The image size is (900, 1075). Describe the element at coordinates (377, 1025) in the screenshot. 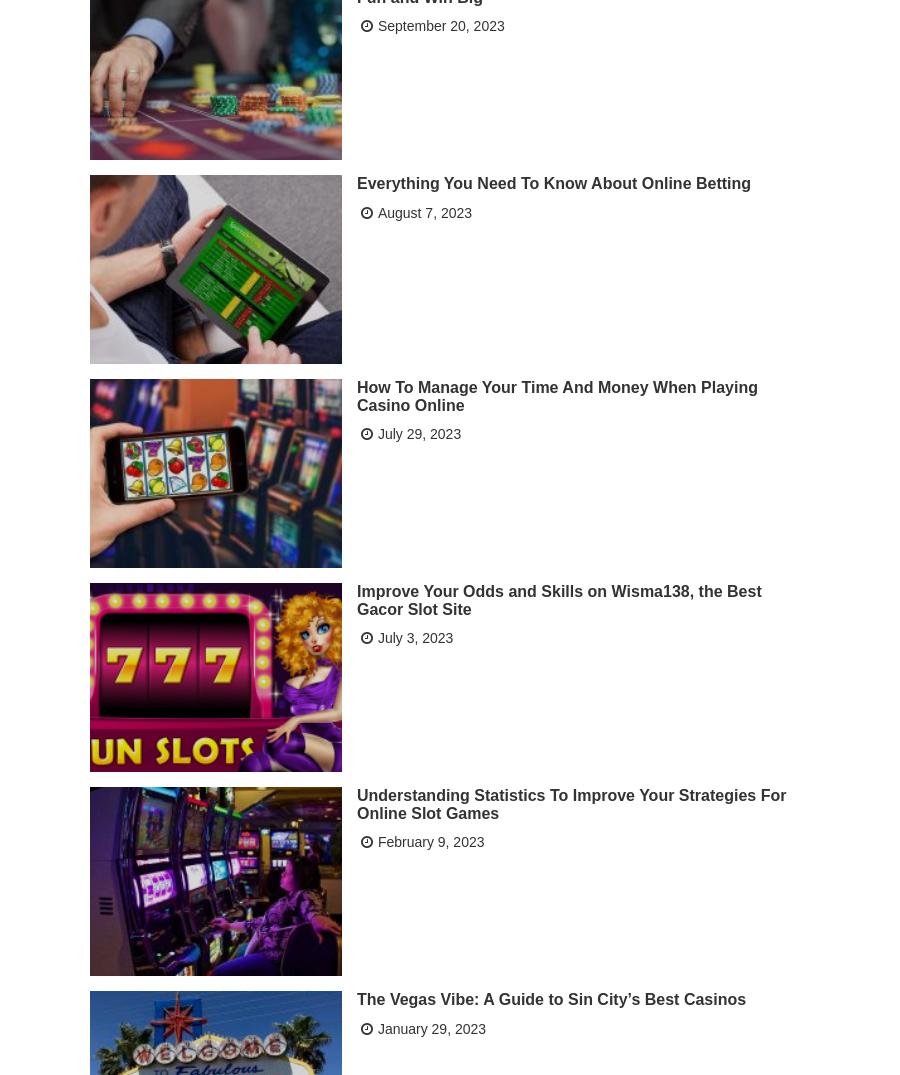

I see `'January 29, 2023'` at that location.